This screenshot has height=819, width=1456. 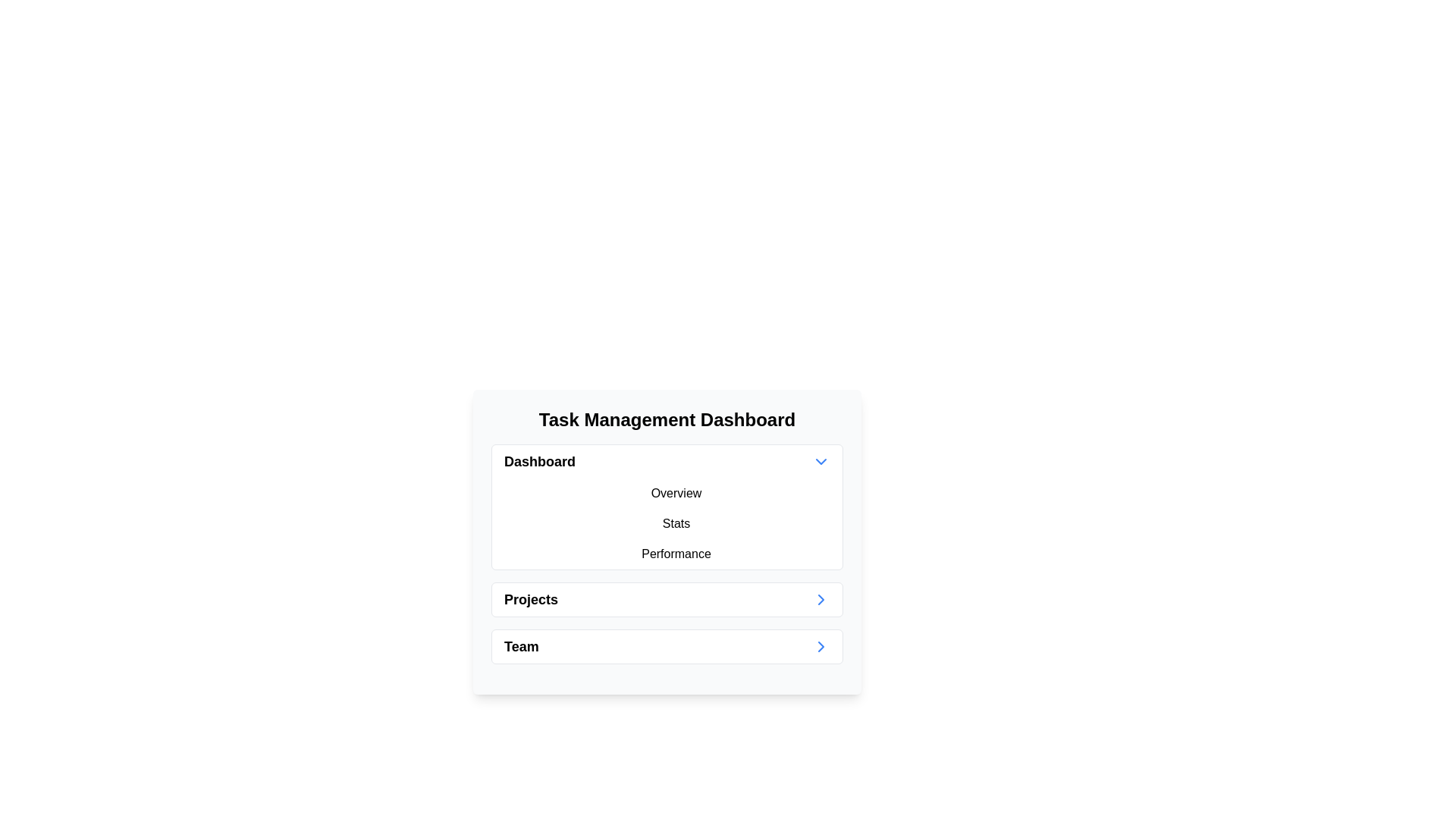 What do you see at coordinates (667, 461) in the screenshot?
I see `the Dropdown Menu Button located at the top of the menu list within the 'Task Management Dashboard' card` at bounding box center [667, 461].